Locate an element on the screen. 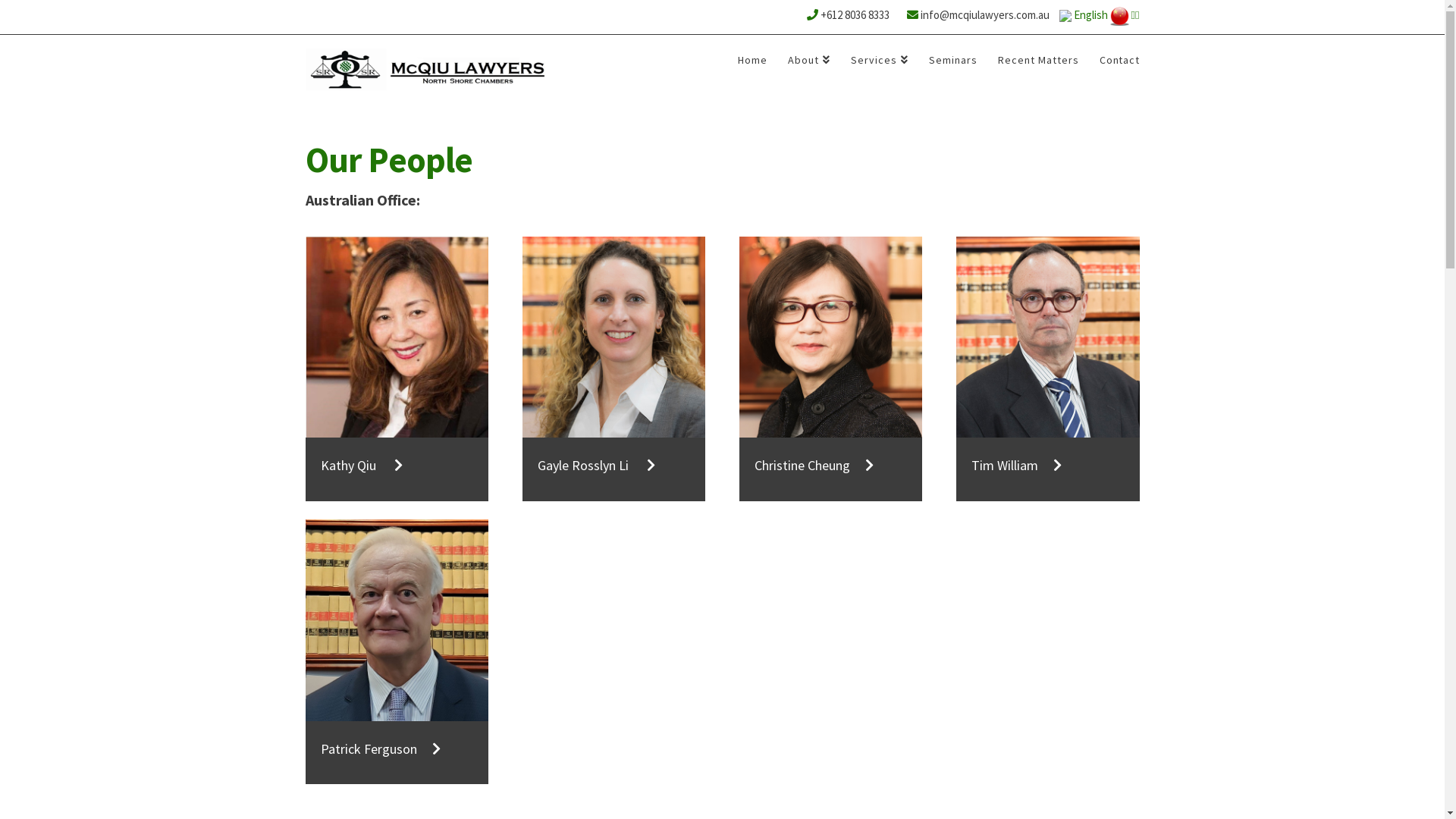 Image resolution: width=1456 pixels, height=819 pixels. 'Home' is located at coordinates (752, 64).